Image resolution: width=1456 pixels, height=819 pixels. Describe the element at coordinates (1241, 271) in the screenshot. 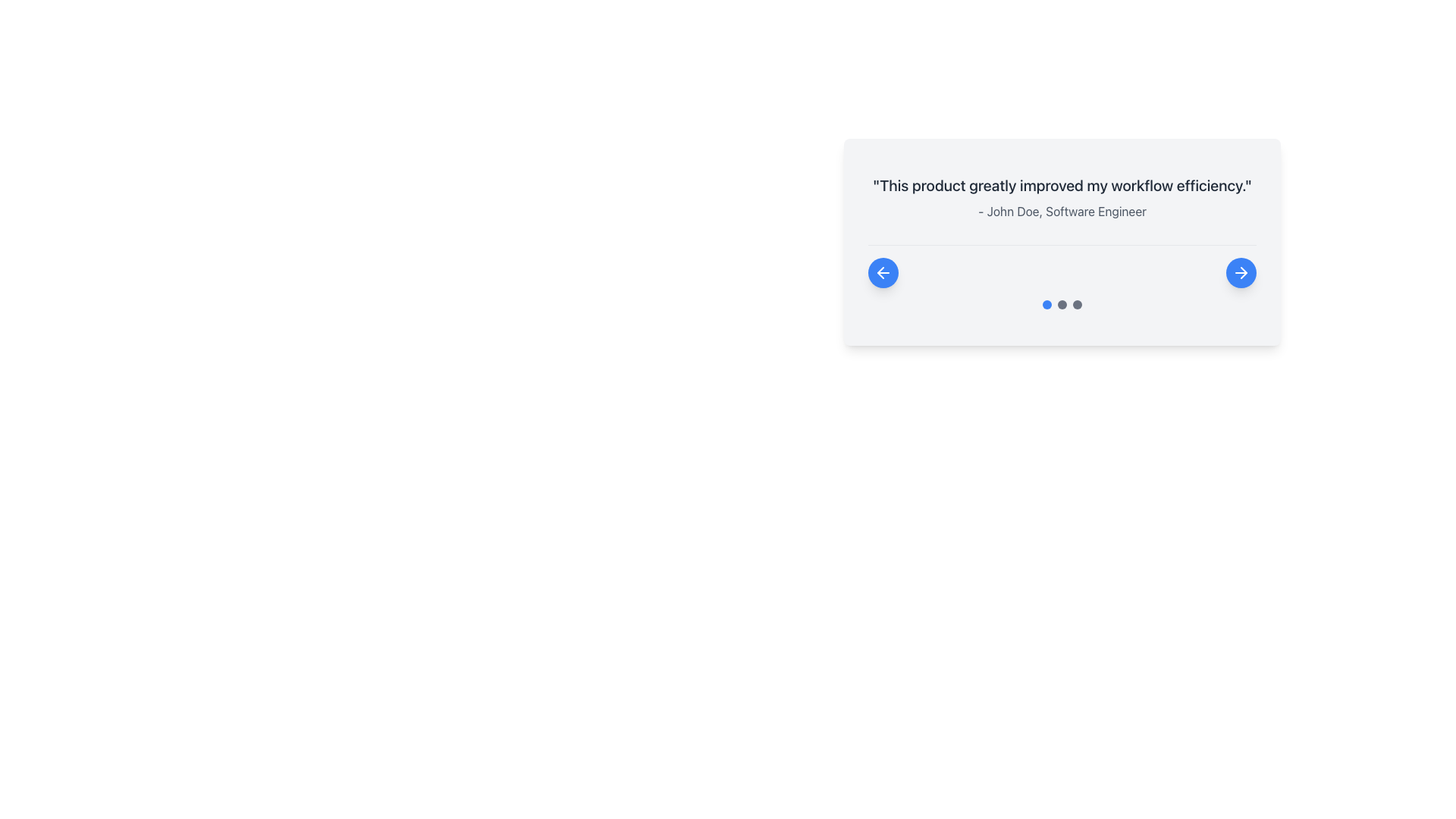

I see `the navigation button located at the bottom-right corner of the testimonial card to advance to the next slide` at that location.